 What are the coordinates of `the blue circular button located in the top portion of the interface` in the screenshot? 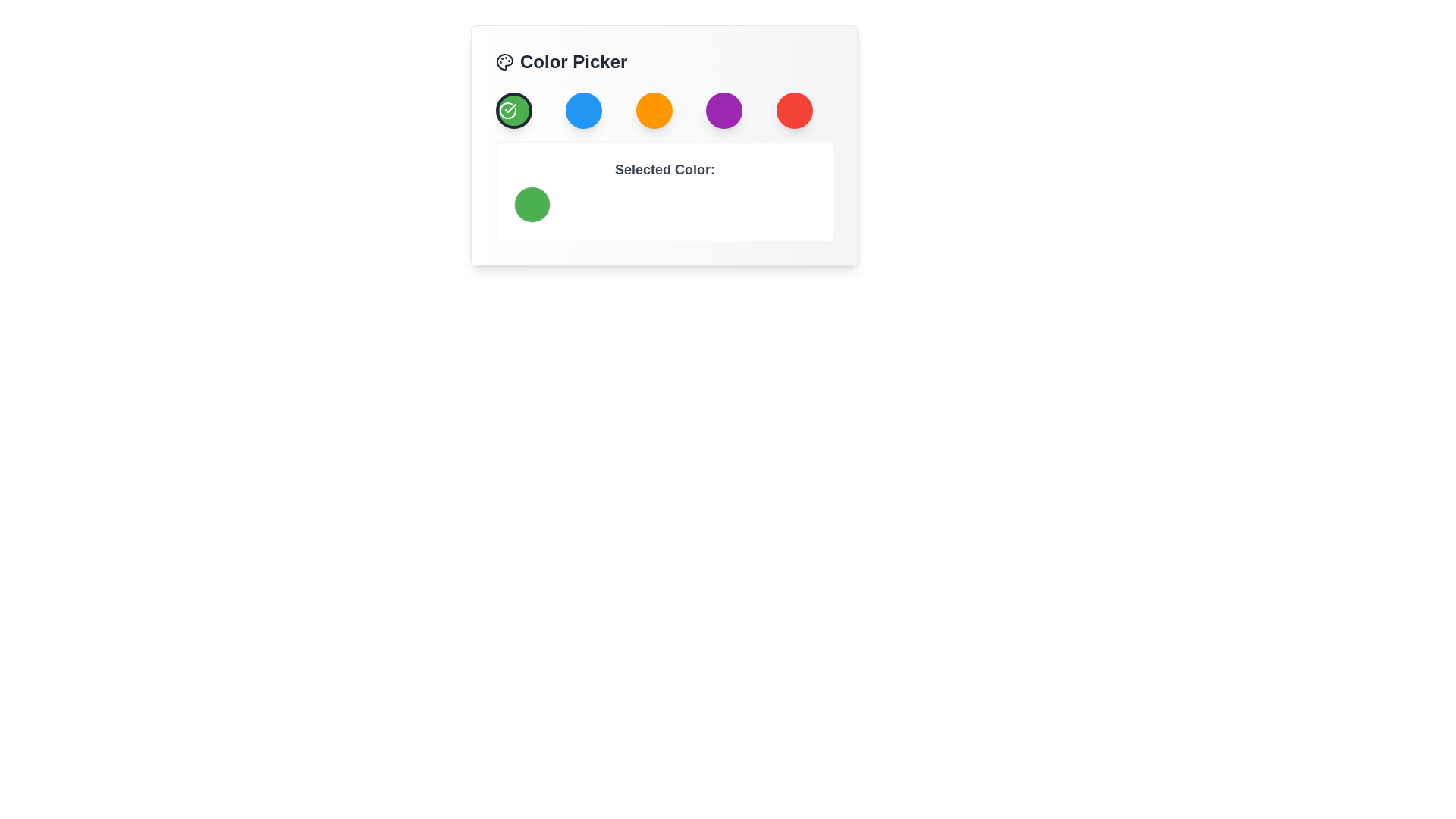 It's located at (583, 110).